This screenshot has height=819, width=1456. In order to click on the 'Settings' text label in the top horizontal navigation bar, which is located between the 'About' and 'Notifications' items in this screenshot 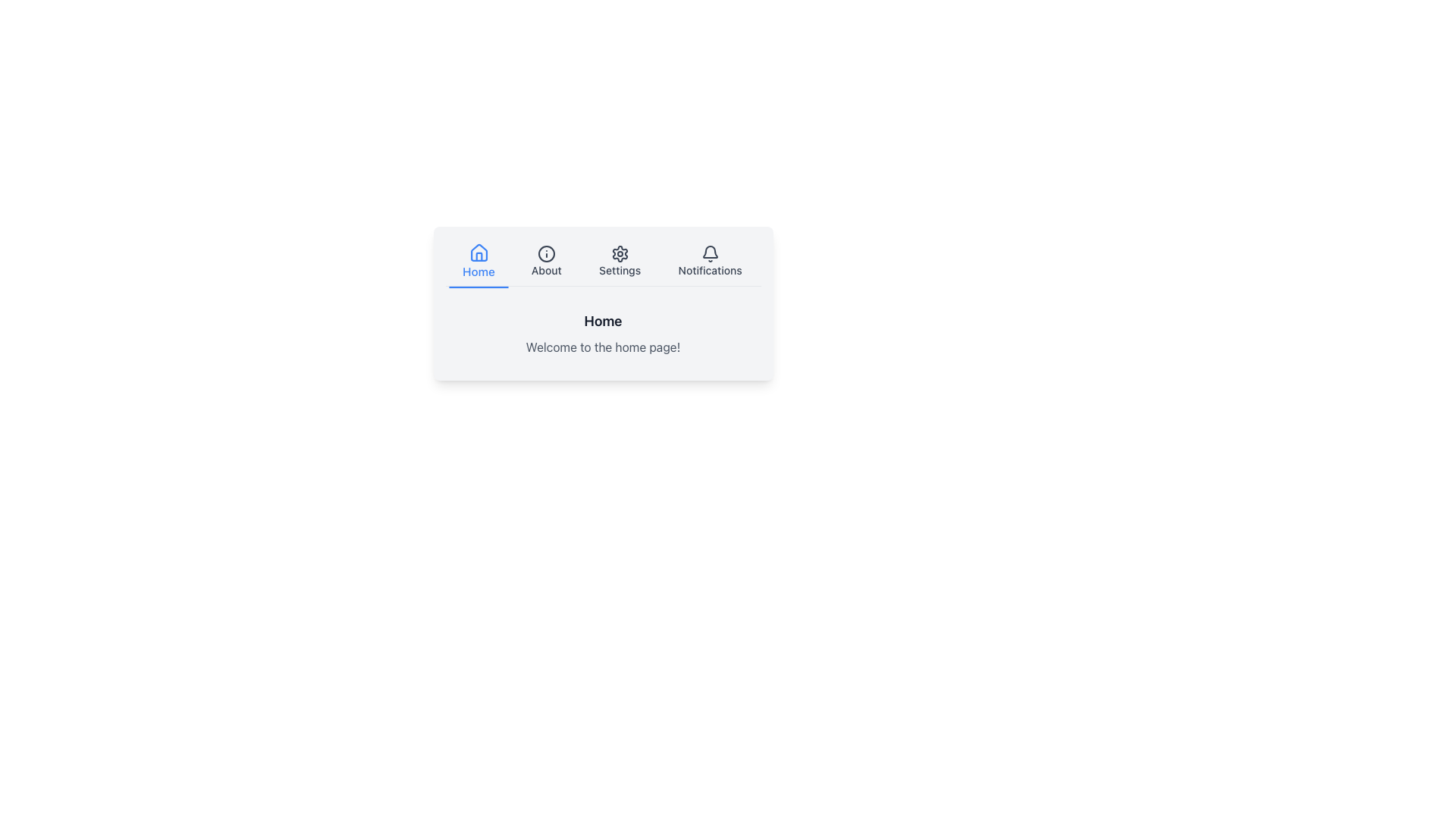, I will do `click(620, 270)`.